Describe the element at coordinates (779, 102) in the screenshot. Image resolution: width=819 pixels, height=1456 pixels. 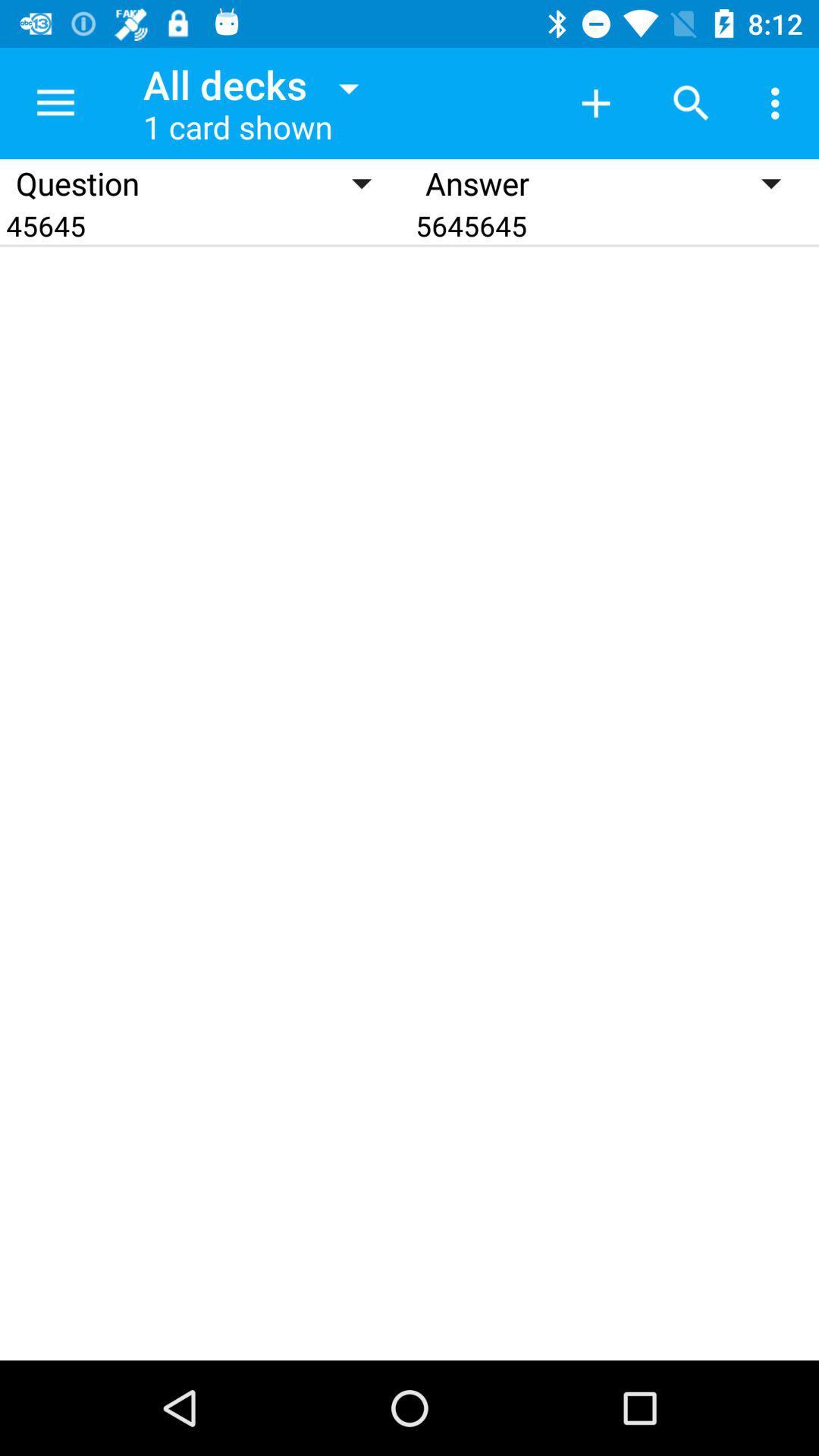
I see `item above the 5645645 item` at that location.